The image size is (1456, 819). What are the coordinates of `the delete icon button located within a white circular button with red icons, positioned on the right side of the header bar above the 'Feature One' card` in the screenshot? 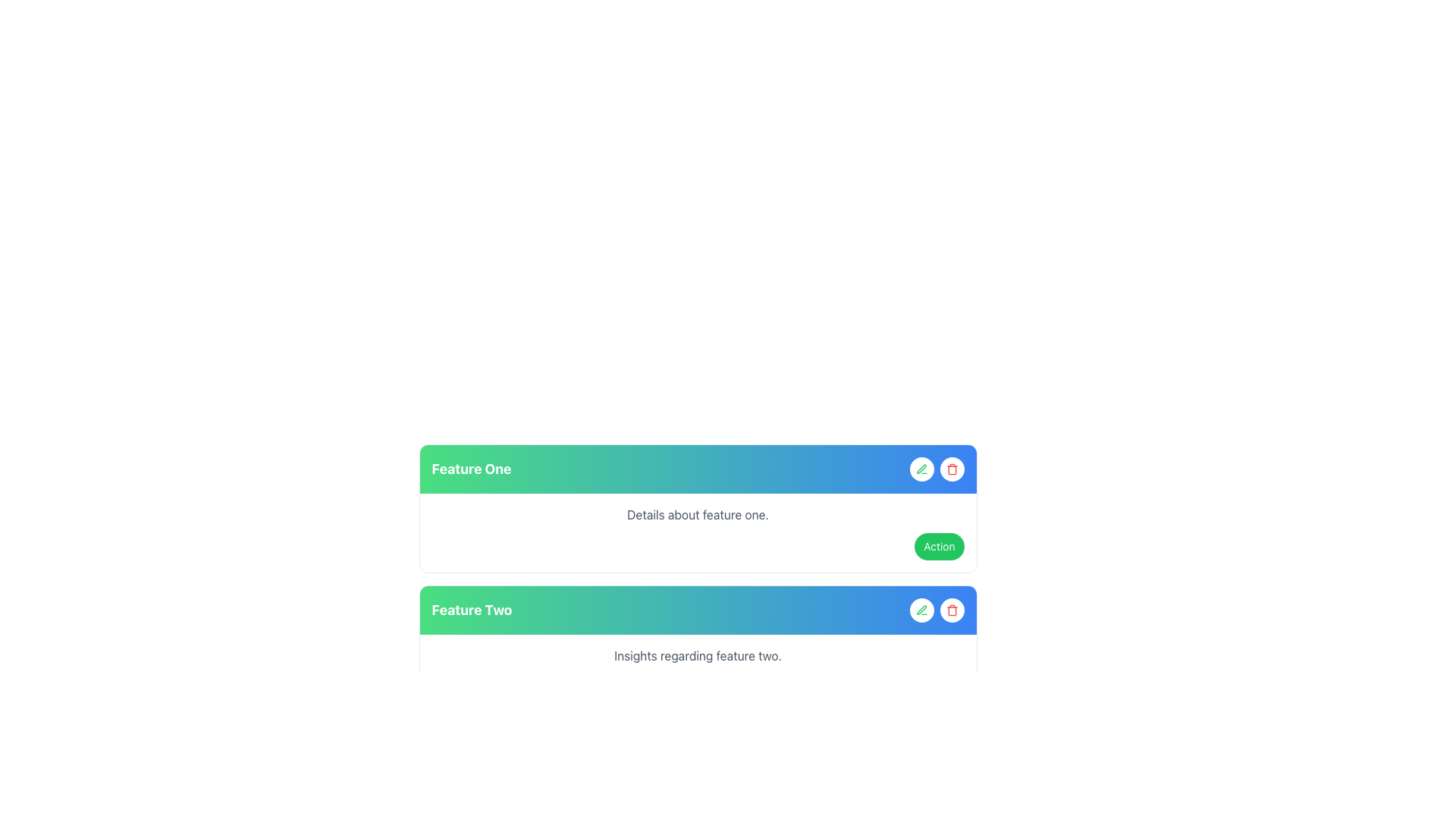 It's located at (951, 468).